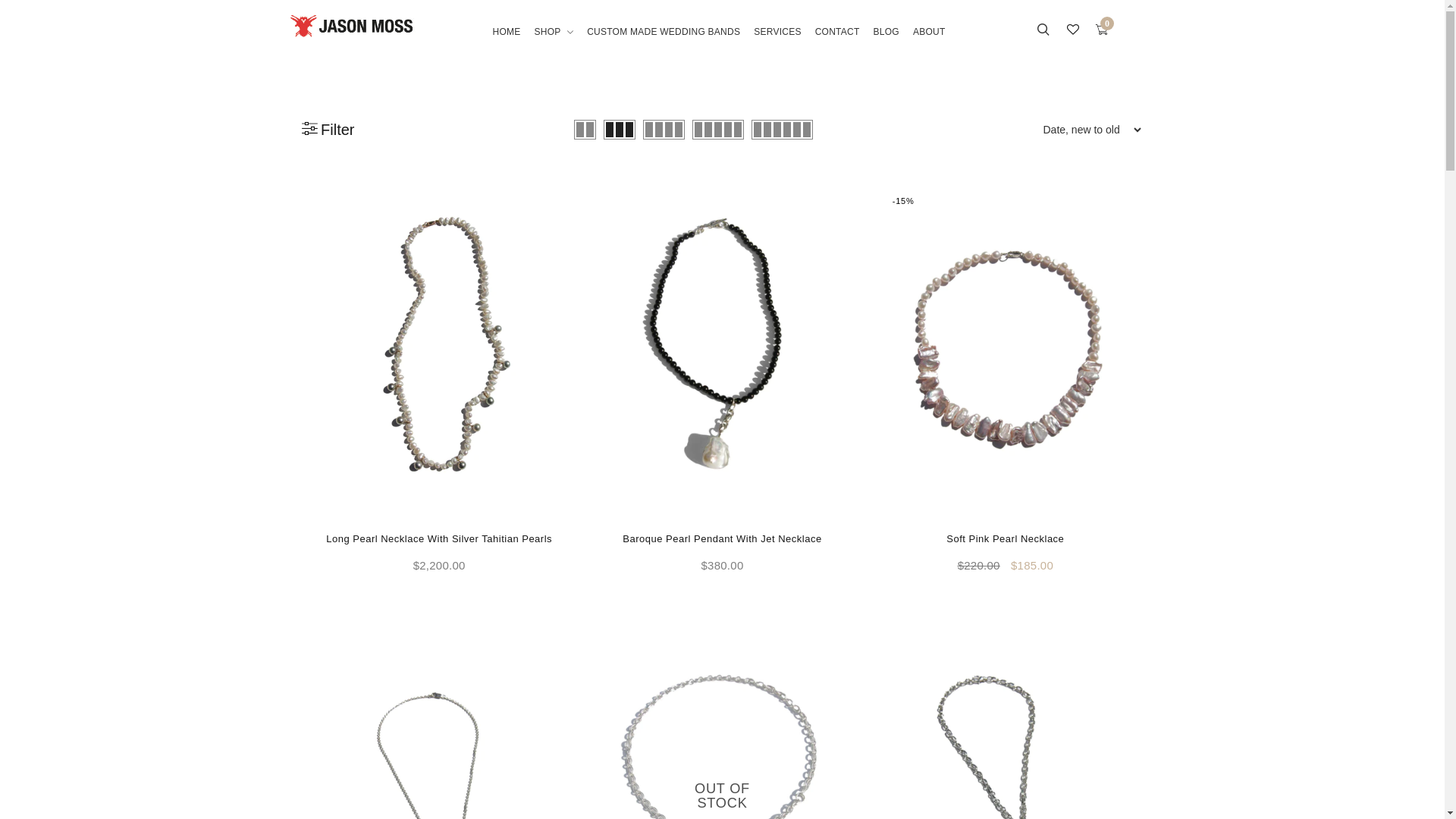  What do you see at coordinates (691, 128) in the screenshot?
I see `'5 col'` at bounding box center [691, 128].